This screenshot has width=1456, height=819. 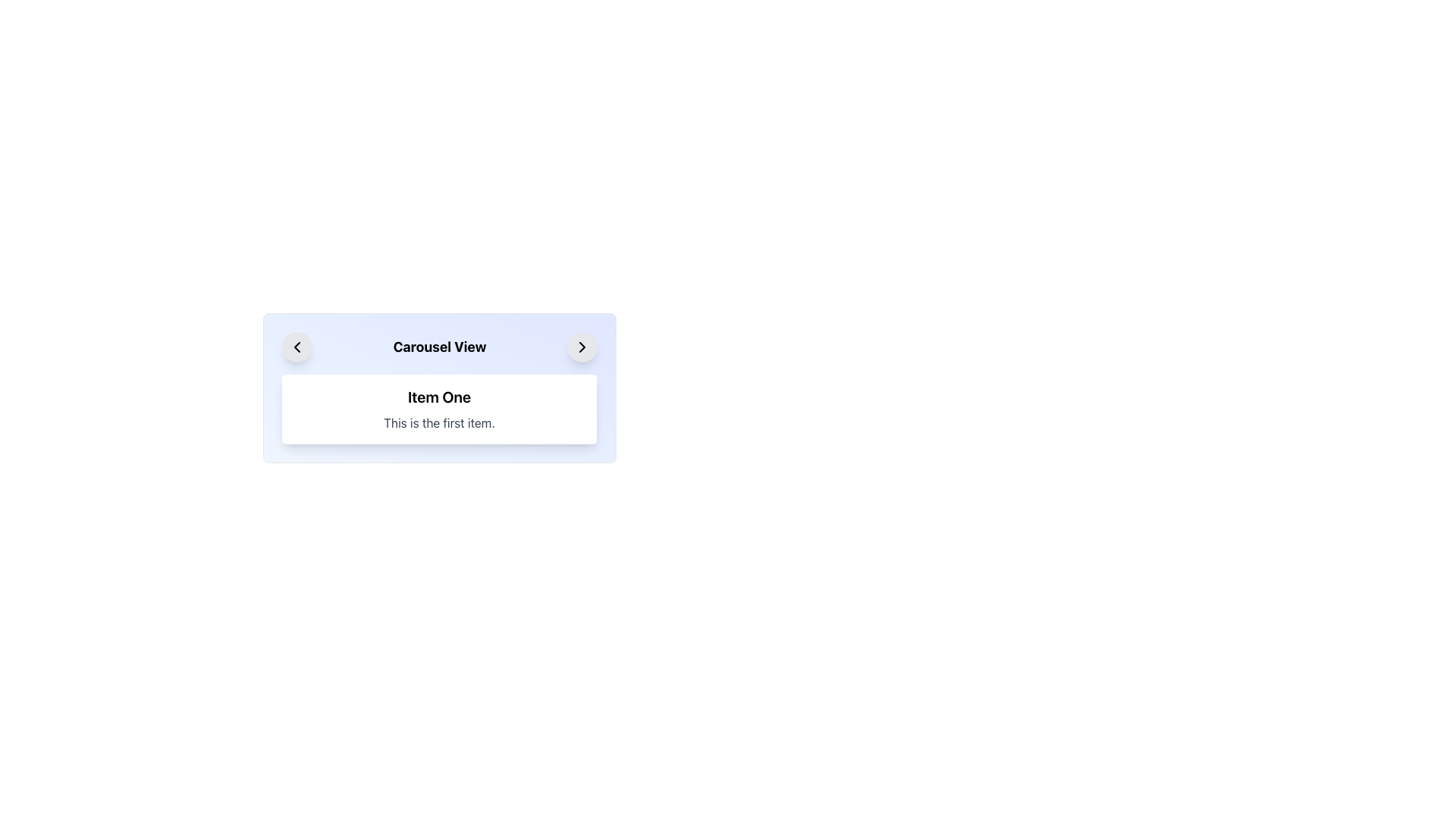 What do you see at coordinates (297, 347) in the screenshot?
I see `the circular button with a left-pointing chevron icon on the left side of the header area for the 'Carousel View' section` at bounding box center [297, 347].